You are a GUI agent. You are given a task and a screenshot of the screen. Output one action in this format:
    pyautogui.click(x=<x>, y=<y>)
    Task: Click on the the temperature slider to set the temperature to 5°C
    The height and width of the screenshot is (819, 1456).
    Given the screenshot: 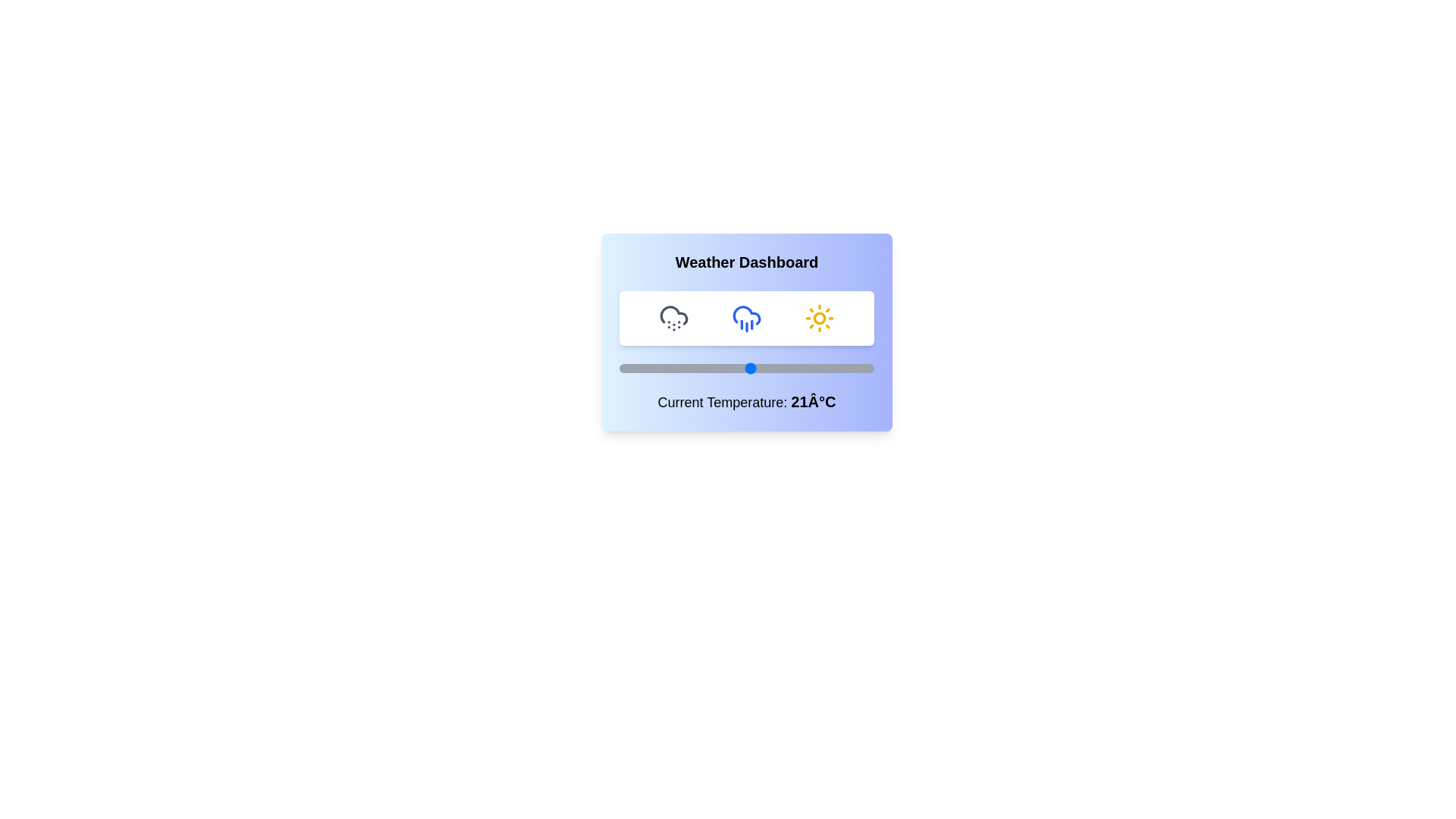 What is the action you would take?
    pyautogui.click(x=682, y=369)
    